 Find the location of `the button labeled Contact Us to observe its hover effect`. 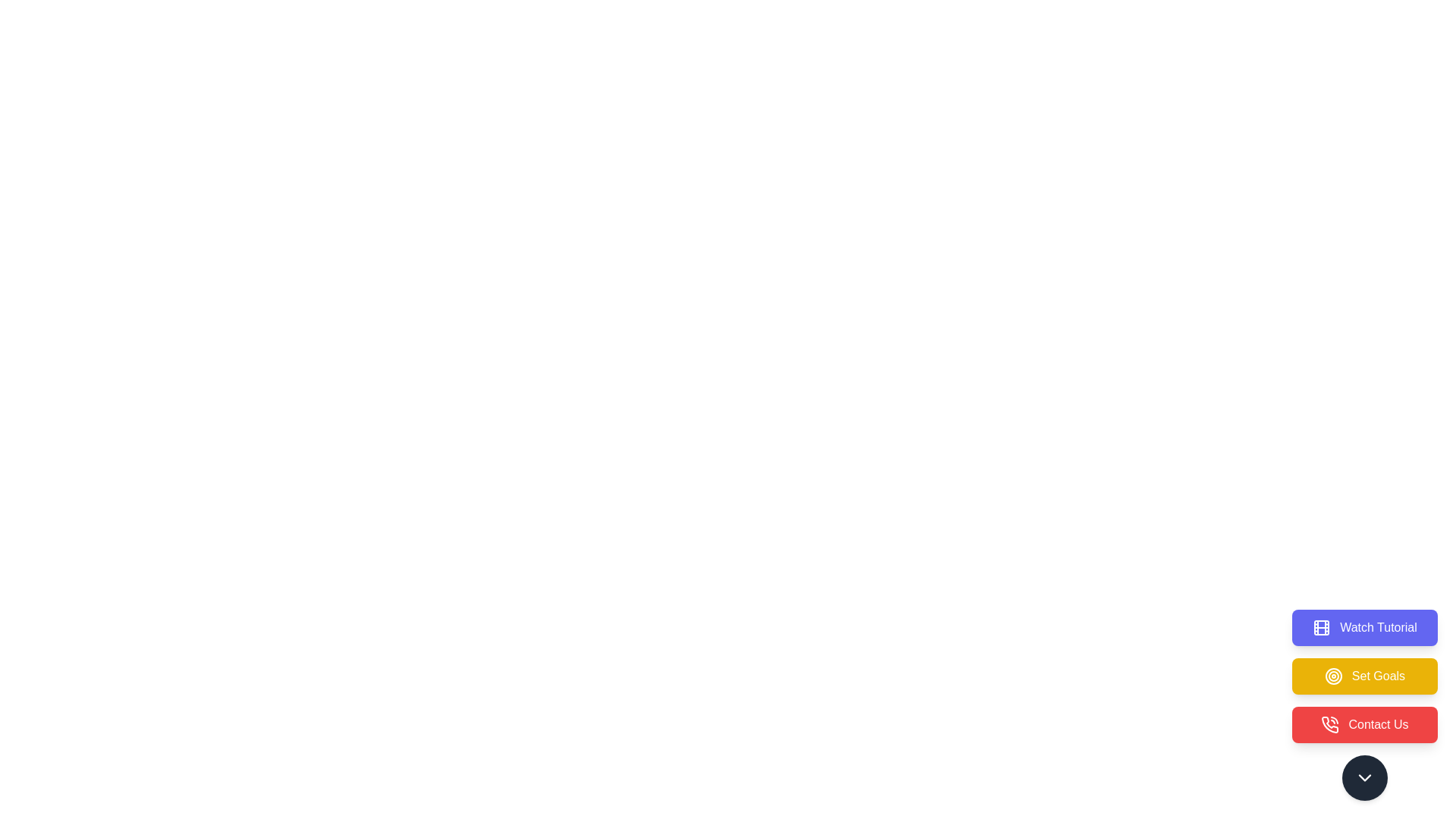

the button labeled Contact Us to observe its hover effect is located at coordinates (1365, 724).